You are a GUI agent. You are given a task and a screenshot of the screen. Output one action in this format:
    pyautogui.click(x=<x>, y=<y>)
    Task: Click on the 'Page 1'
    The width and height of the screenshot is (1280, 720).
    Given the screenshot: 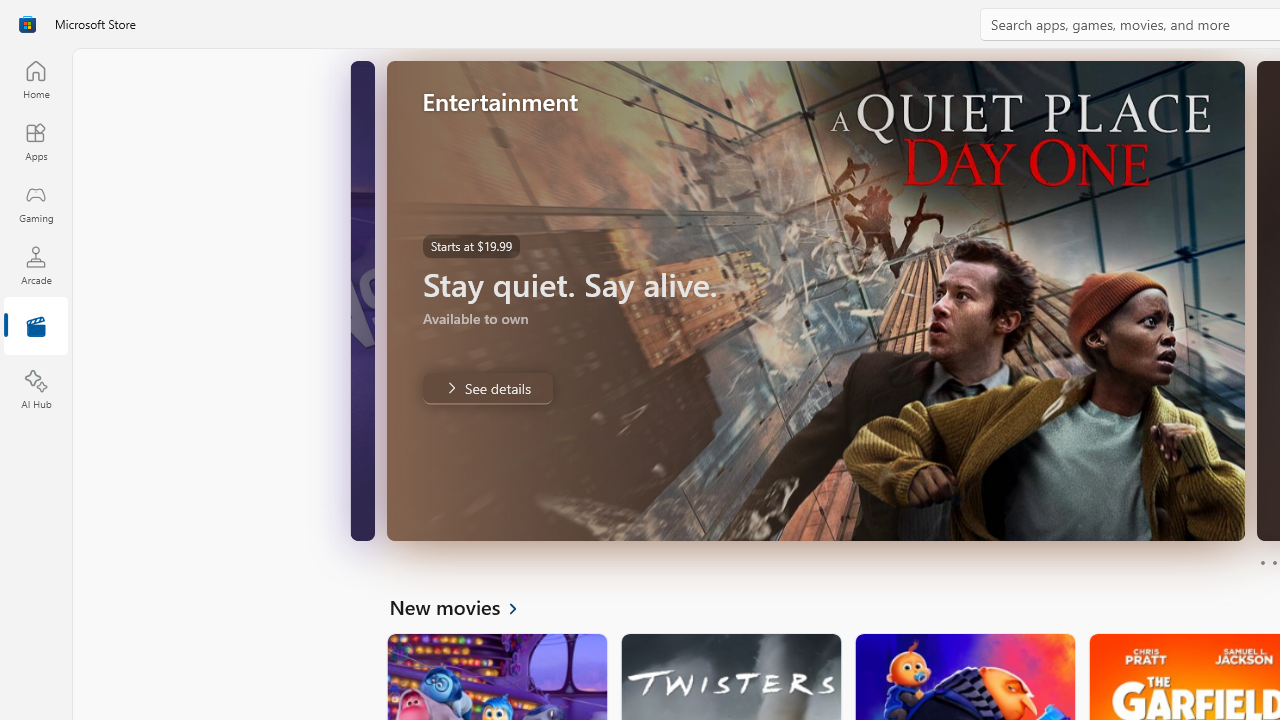 What is the action you would take?
    pyautogui.click(x=1261, y=563)
    